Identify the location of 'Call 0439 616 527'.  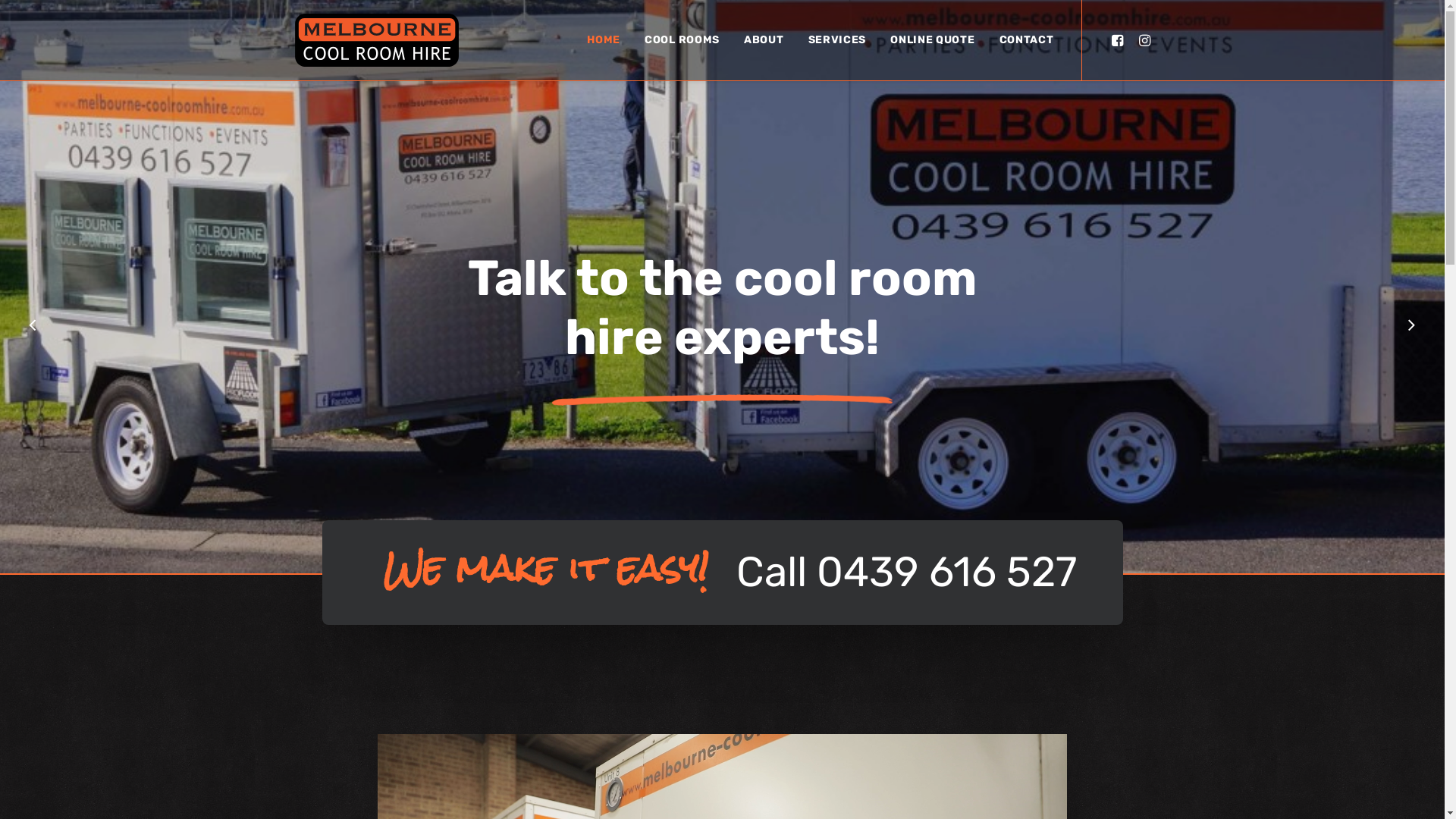
(905, 572).